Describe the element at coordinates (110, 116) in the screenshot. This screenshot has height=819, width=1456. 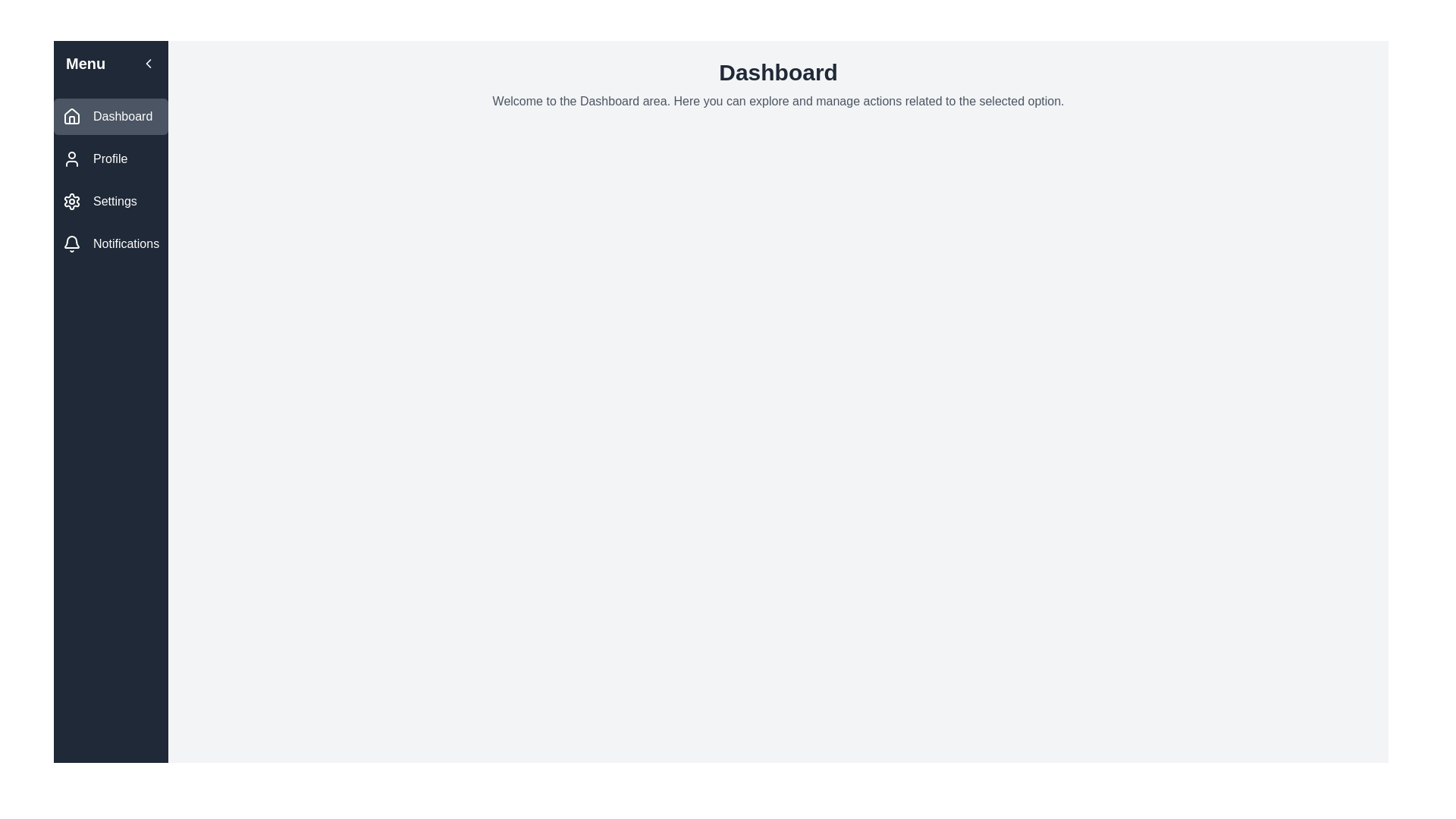
I see `the 'Dashboard' menu item in the side navigation bar` at that location.